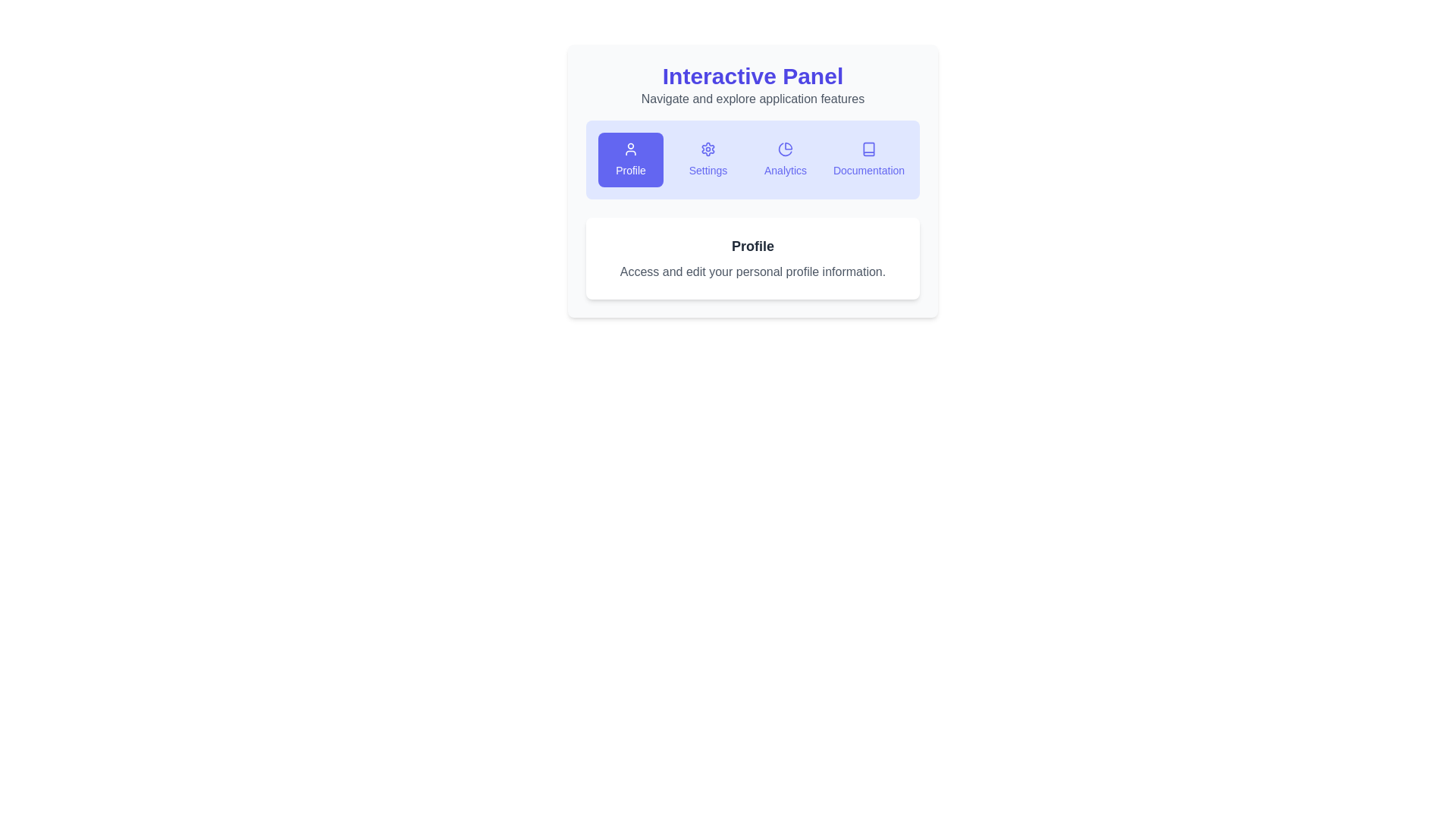 The width and height of the screenshot is (1456, 819). I want to click on the 'Documentation' button in the navigation panel, so click(869, 170).